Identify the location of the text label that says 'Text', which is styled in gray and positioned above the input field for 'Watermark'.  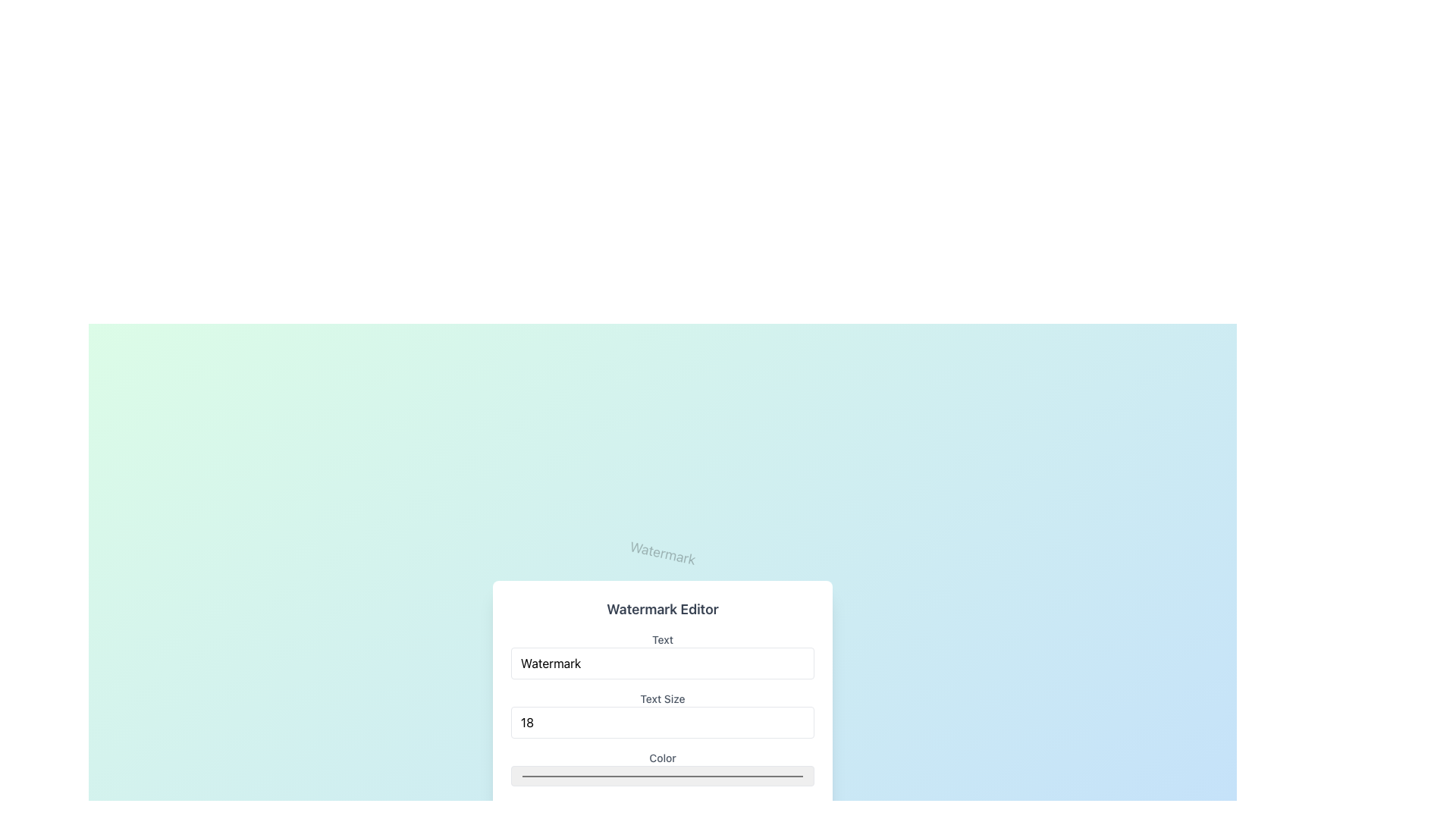
(662, 639).